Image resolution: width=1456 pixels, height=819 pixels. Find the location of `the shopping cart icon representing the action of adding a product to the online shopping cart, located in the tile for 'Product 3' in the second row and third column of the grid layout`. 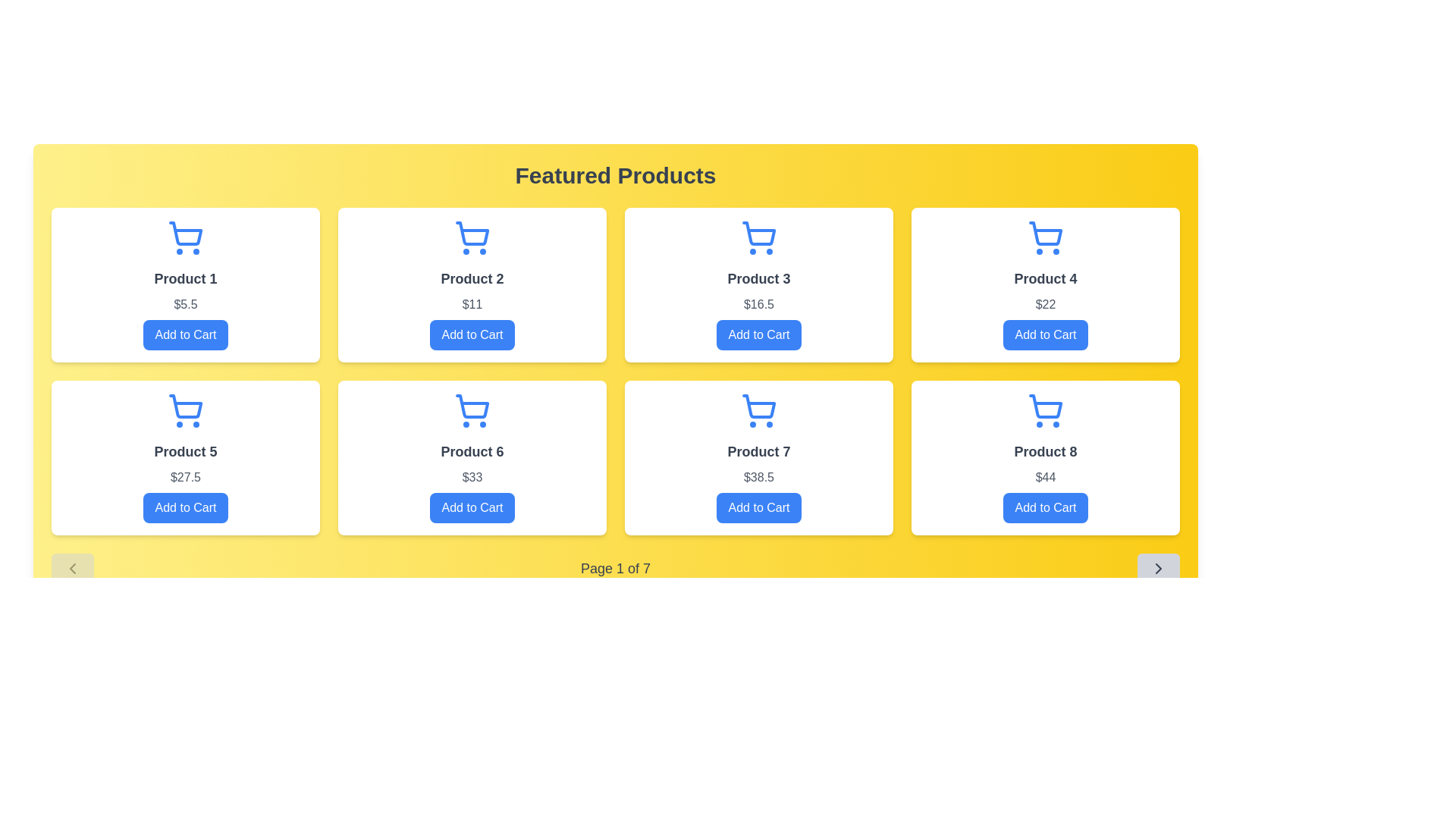

the shopping cart icon representing the action of adding a product to the online shopping cart, located in the tile for 'Product 3' in the second row and third column of the grid layout is located at coordinates (759, 234).